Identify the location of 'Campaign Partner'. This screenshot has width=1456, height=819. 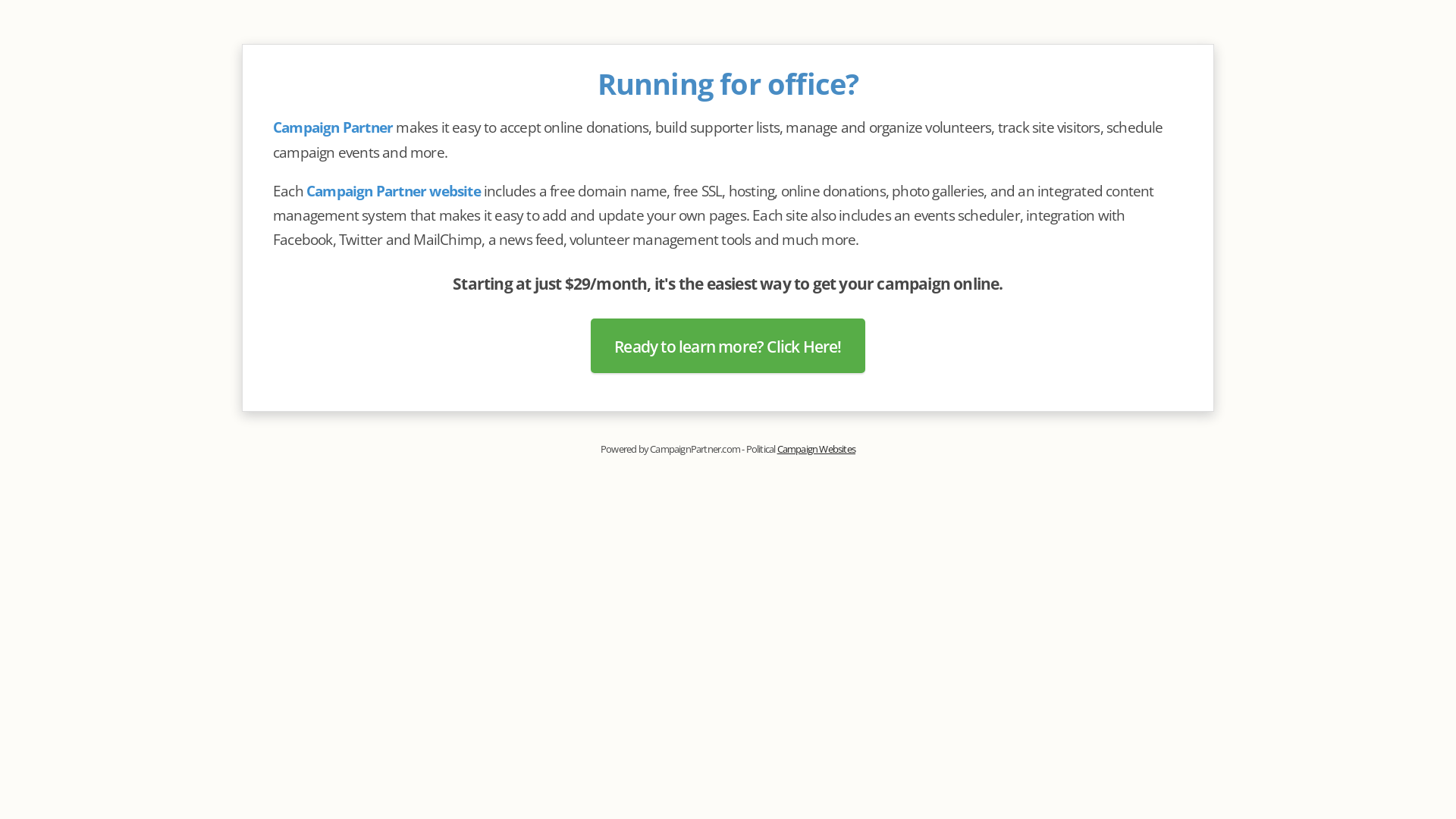
(273, 127).